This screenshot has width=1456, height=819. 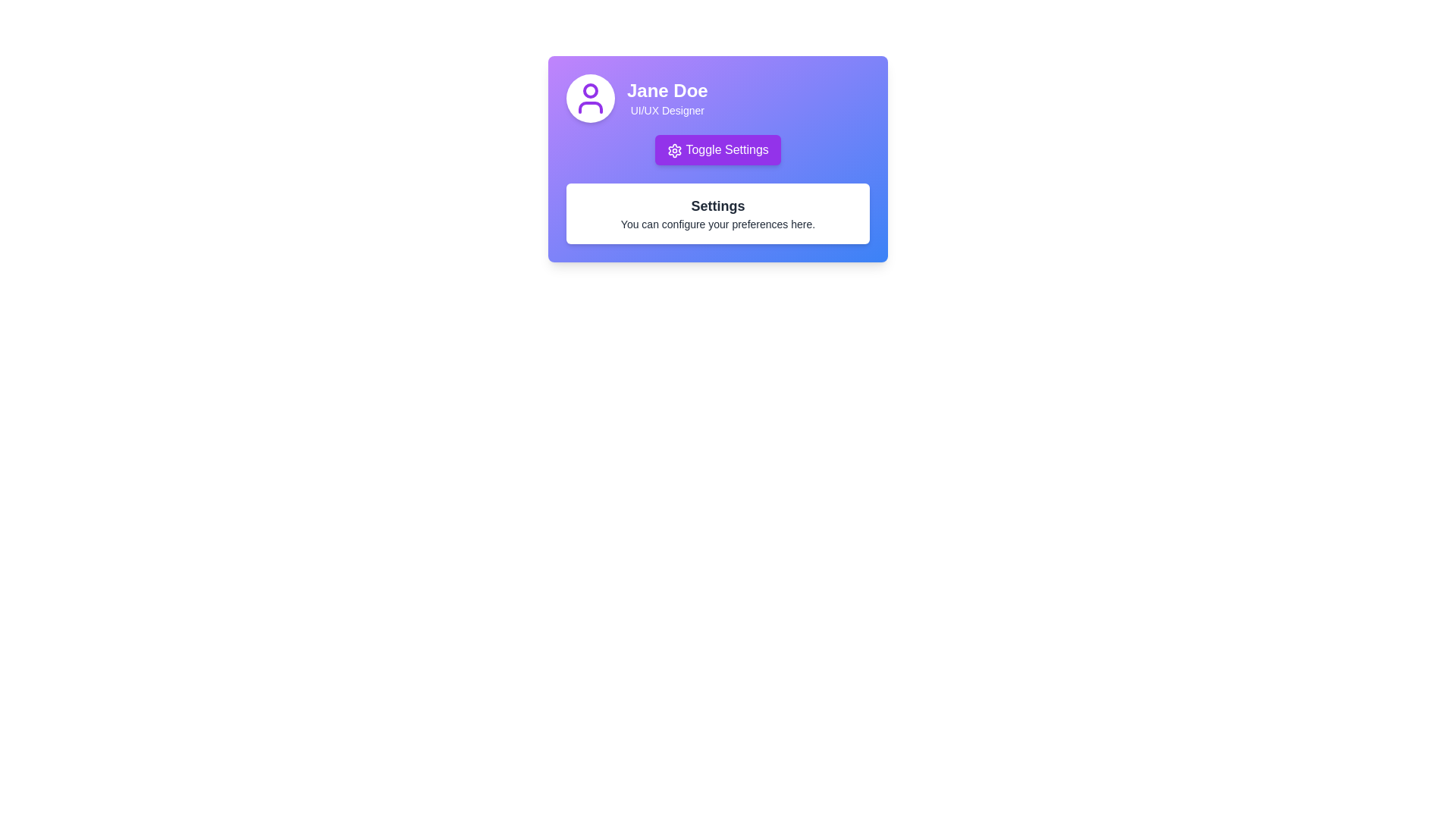 What do you see at coordinates (717, 149) in the screenshot?
I see `the toggle button located in the middle of the card labeled 'Jane Doe - UI/UX Designer'` at bounding box center [717, 149].